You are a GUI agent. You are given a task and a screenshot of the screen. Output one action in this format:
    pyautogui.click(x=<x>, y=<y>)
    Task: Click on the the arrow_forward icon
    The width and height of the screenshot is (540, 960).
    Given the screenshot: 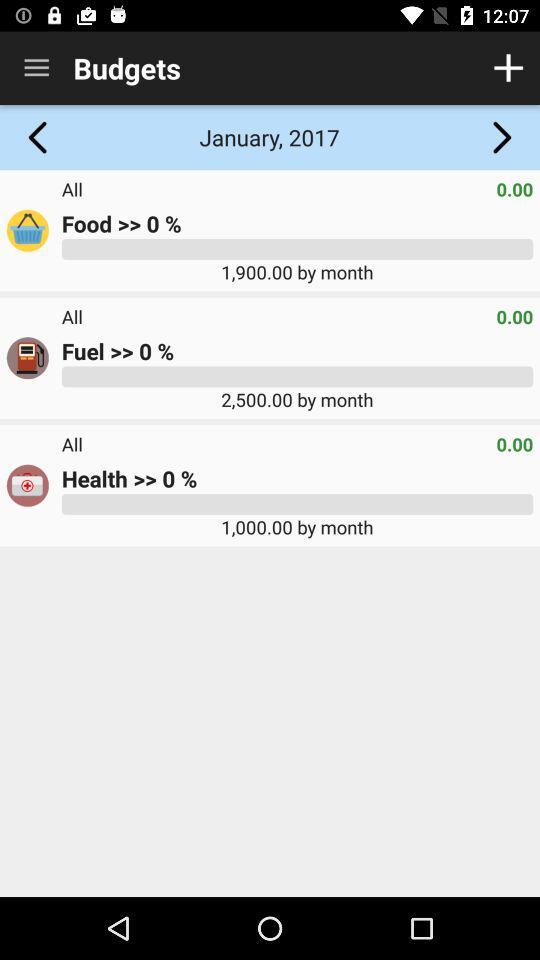 What is the action you would take?
    pyautogui.click(x=500, y=136)
    